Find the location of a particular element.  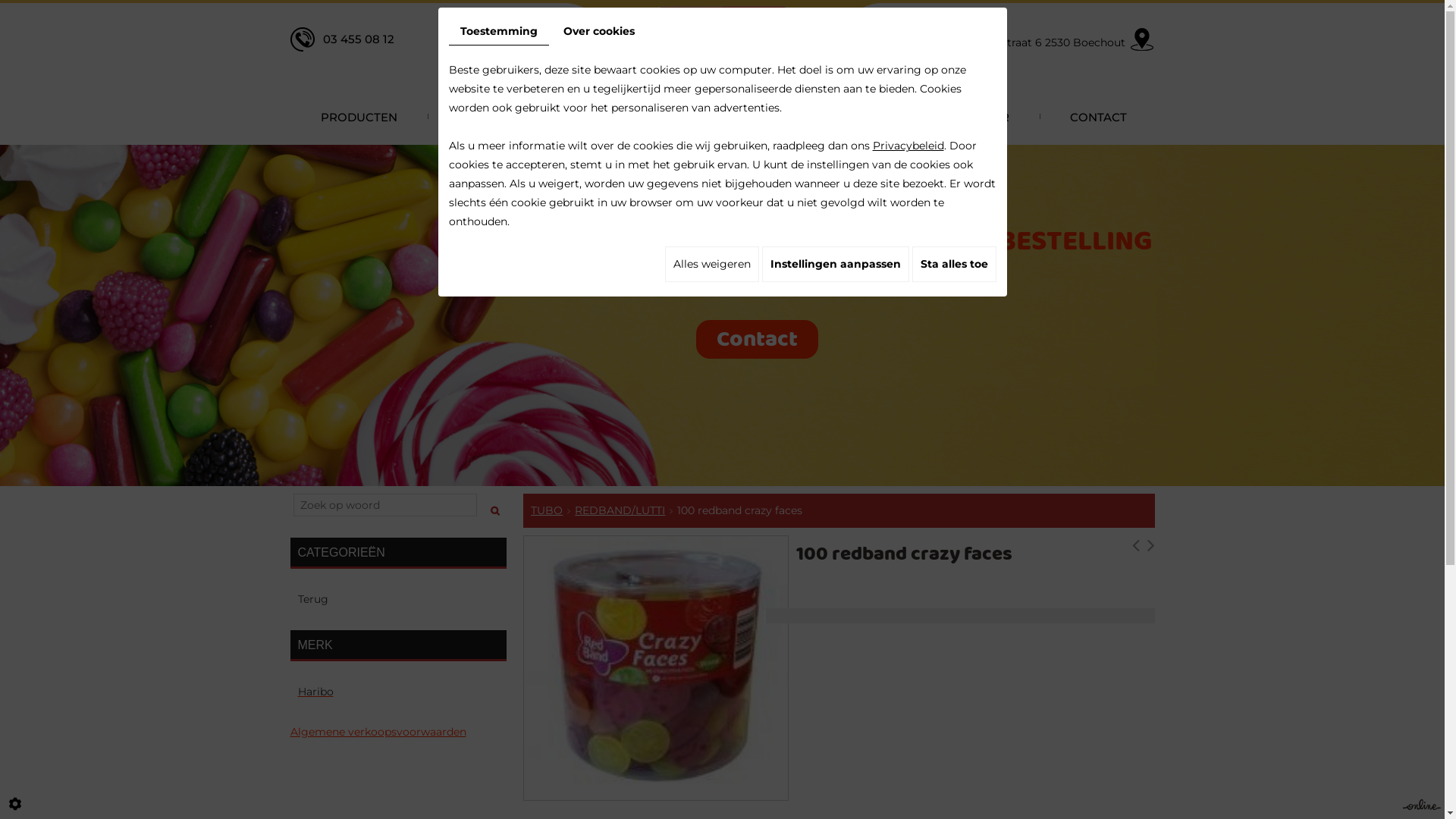

'Sta alles toe' is located at coordinates (952, 263).